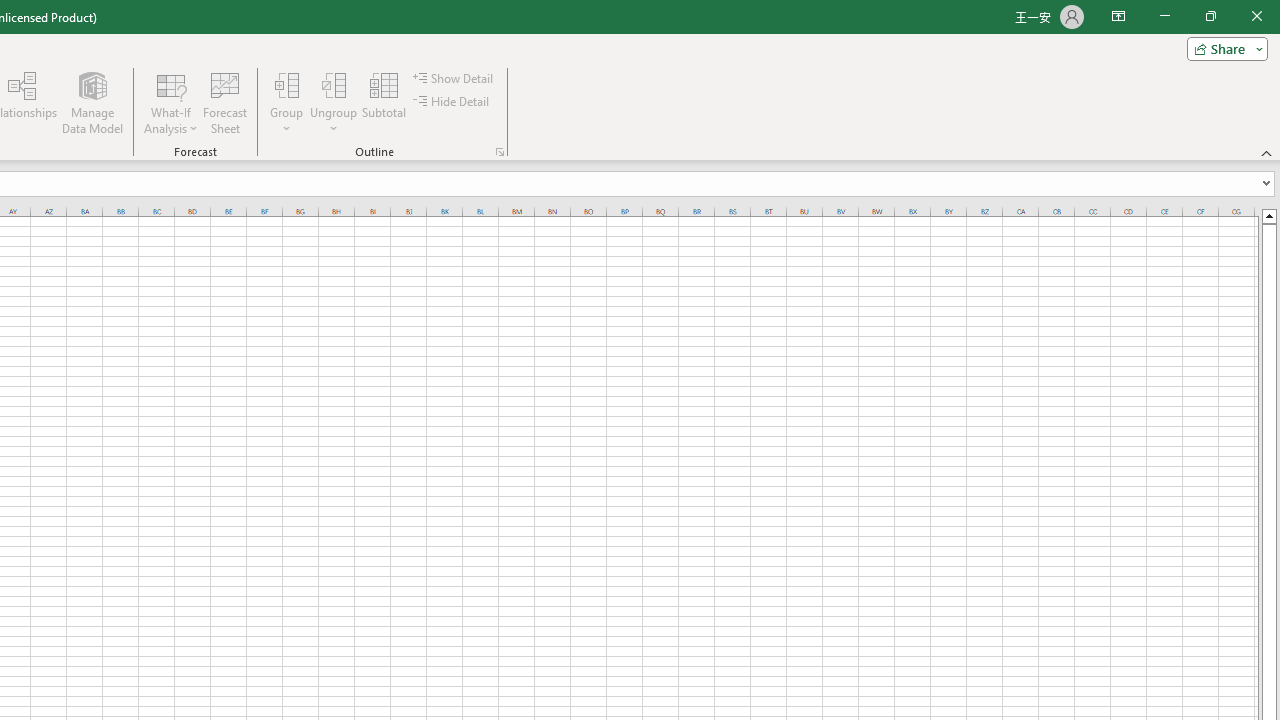 The width and height of the screenshot is (1280, 720). What do you see at coordinates (286, 84) in the screenshot?
I see `'Group...'` at bounding box center [286, 84].